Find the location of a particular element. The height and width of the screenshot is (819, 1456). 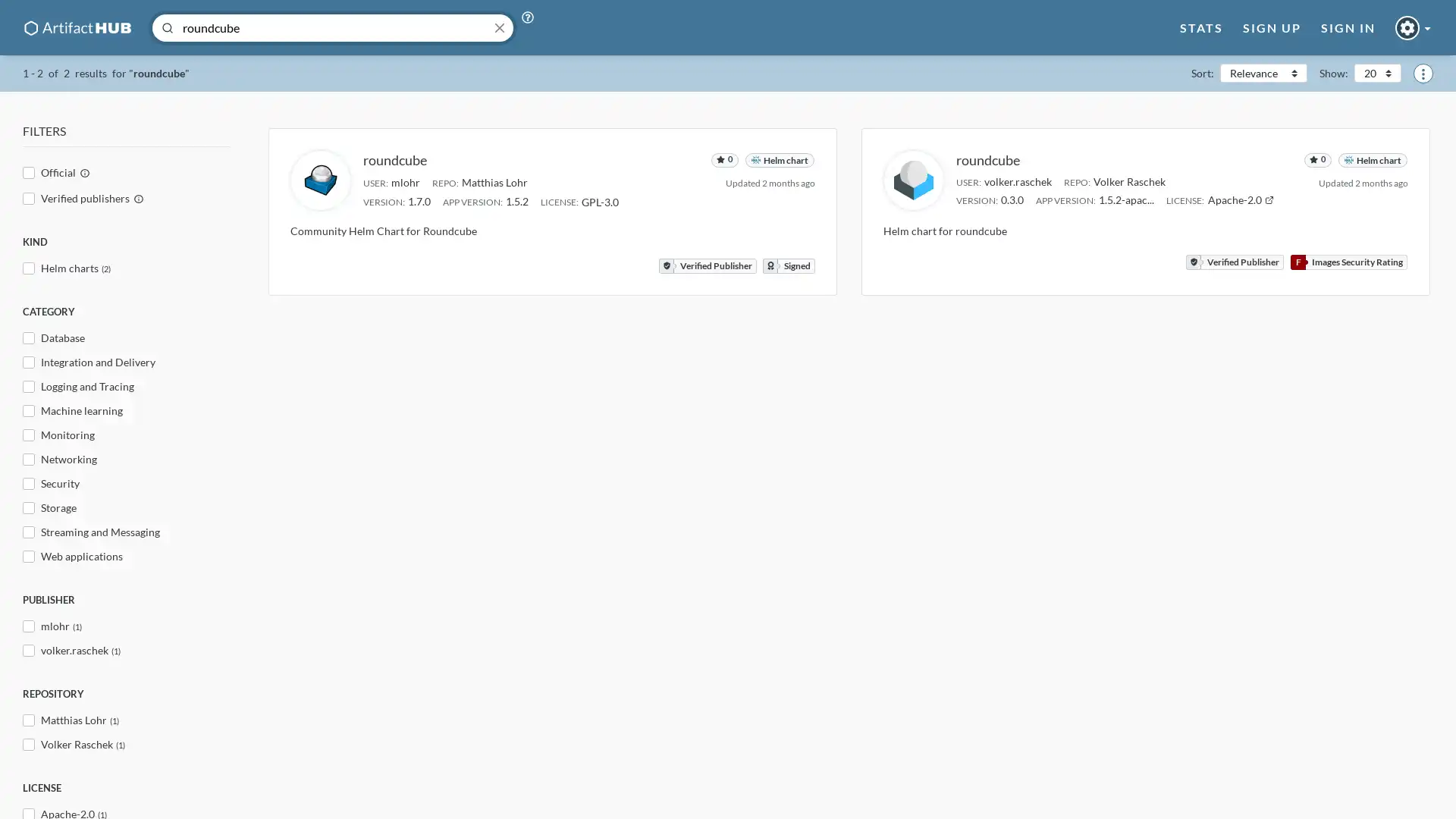

Show menu is located at coordinates (1422, 73).